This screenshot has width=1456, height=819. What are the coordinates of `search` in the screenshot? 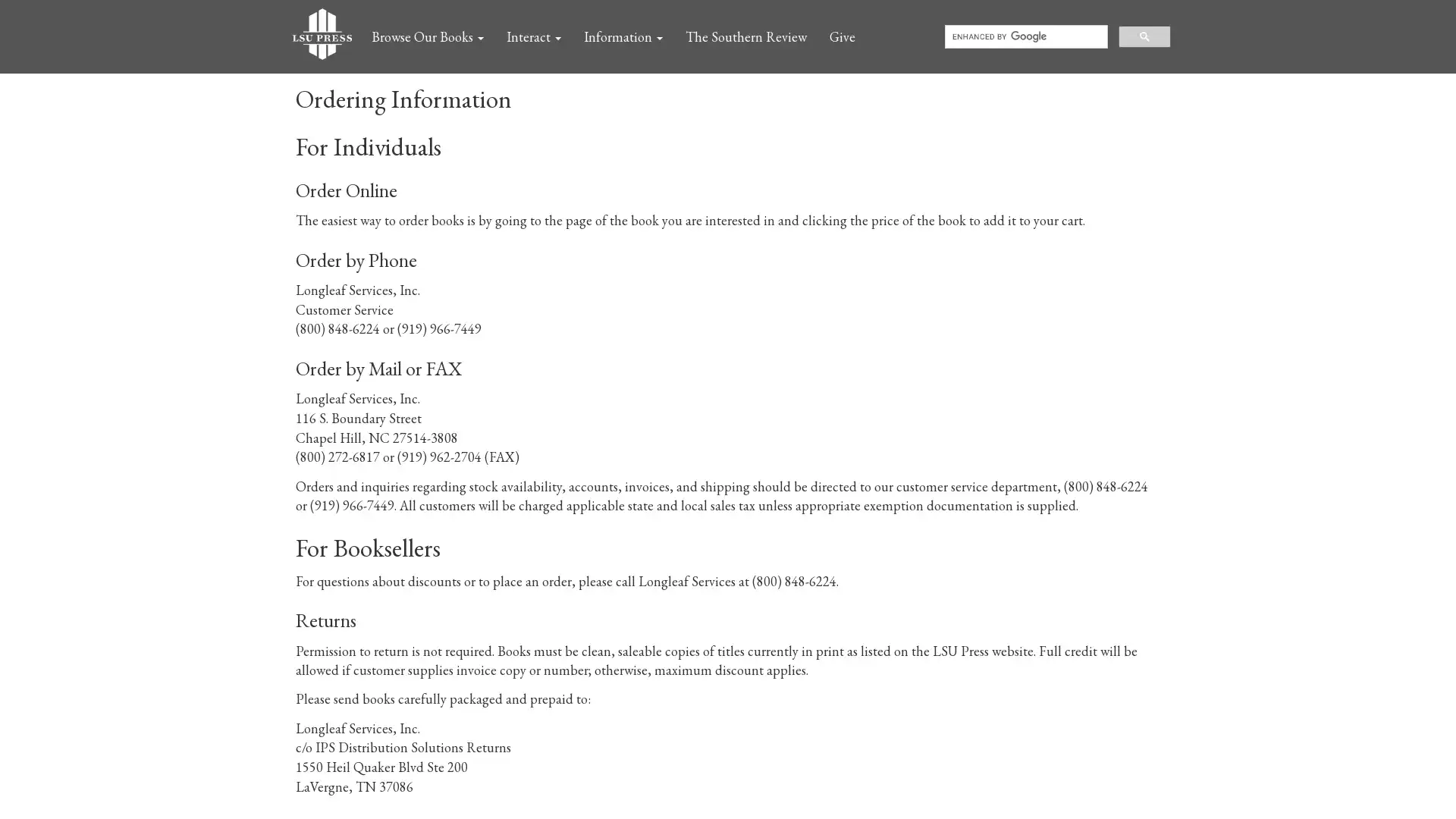 It's located at (1144, 35).